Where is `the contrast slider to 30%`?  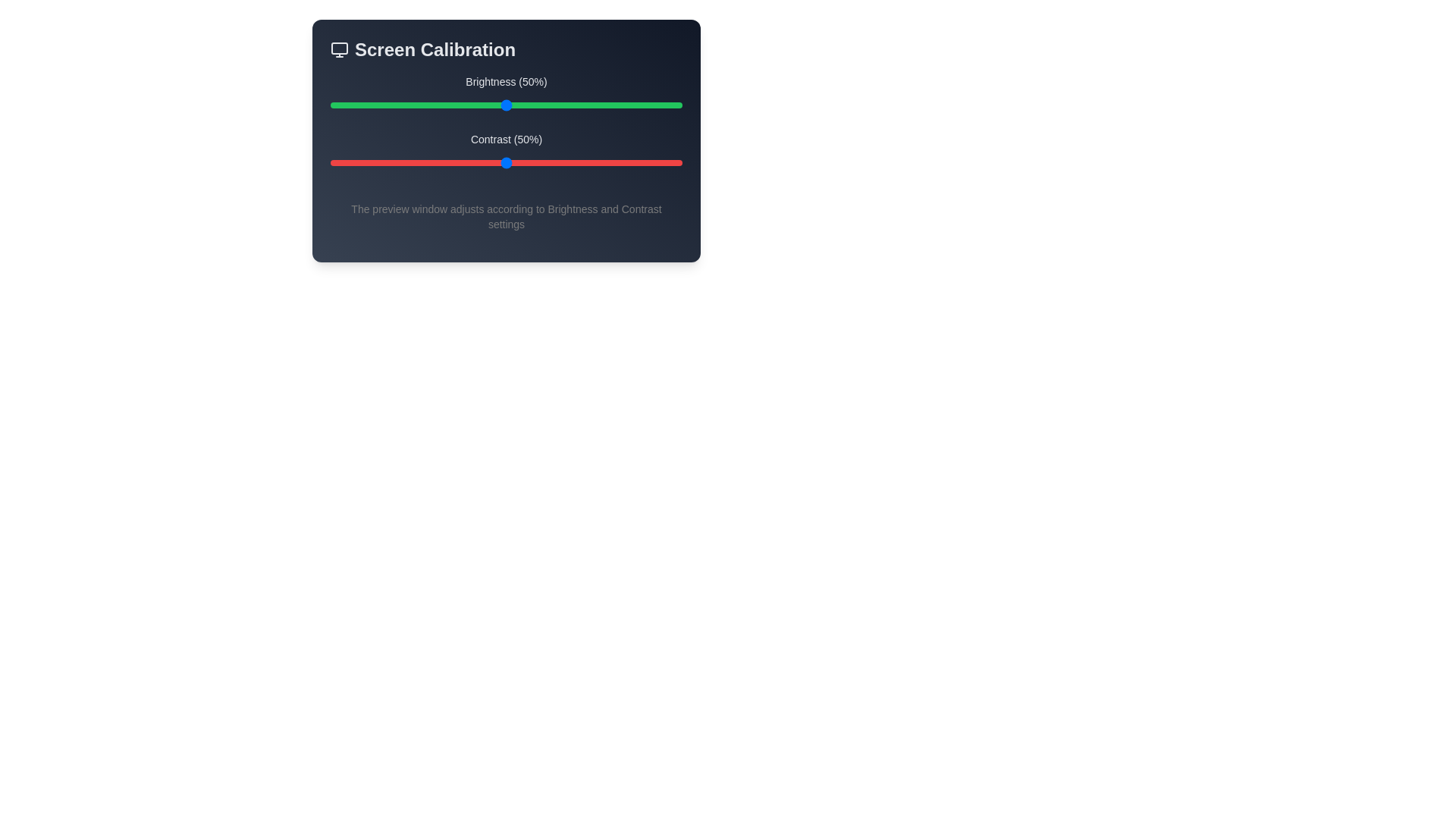 the contrast slider to 30% is located at coordinates (435, 163).